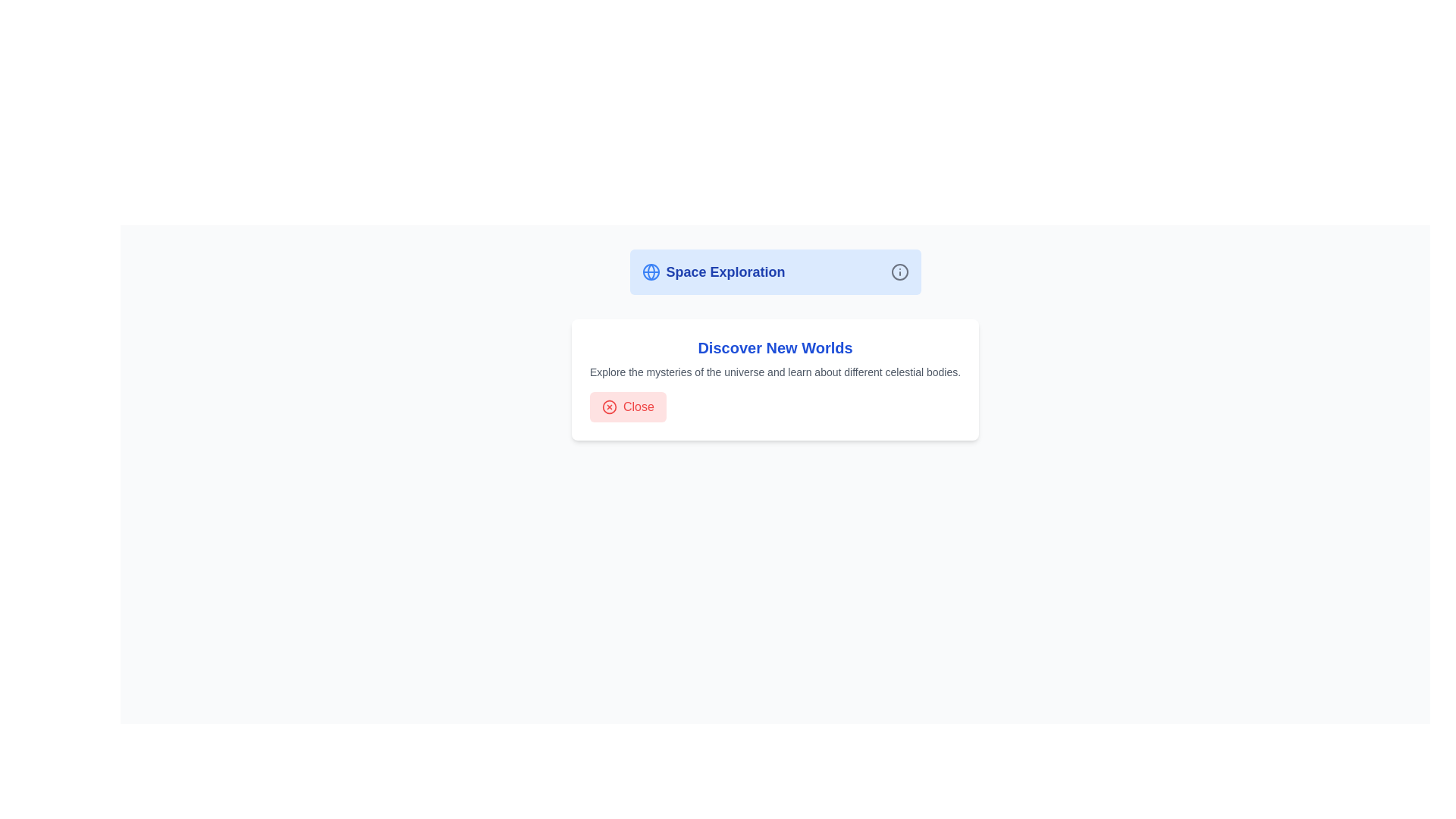 This screenshot has width=1456, height=819. Describe the element at coordinates (609, 406) in the screenshot. I see `the red circular icon with an 'X' inside it, located on the left side of the 'Close' button` at that location.